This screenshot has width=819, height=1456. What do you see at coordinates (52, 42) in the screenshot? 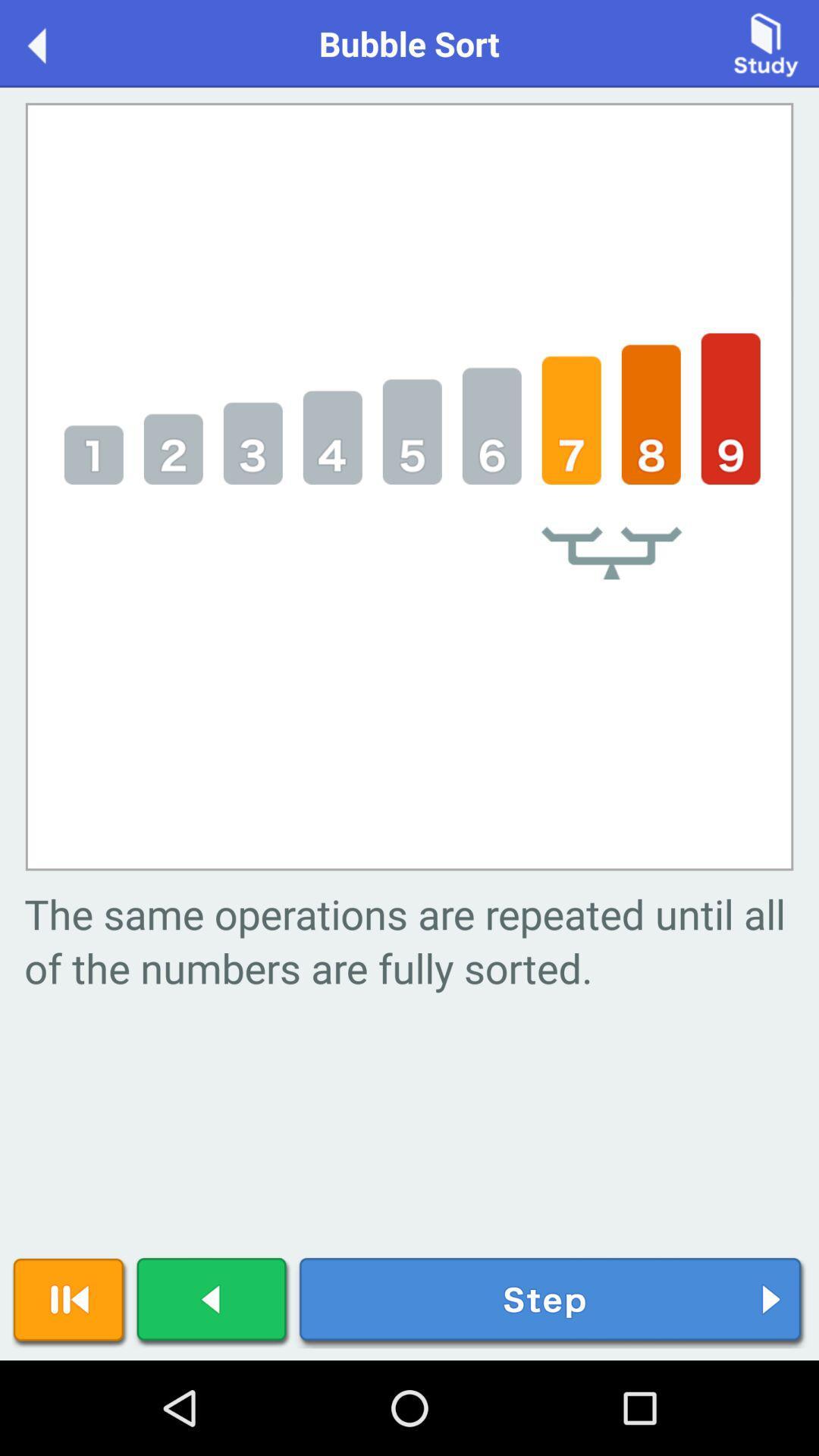
I see `item next to bubble sort item` at bounding box center [52, 42].